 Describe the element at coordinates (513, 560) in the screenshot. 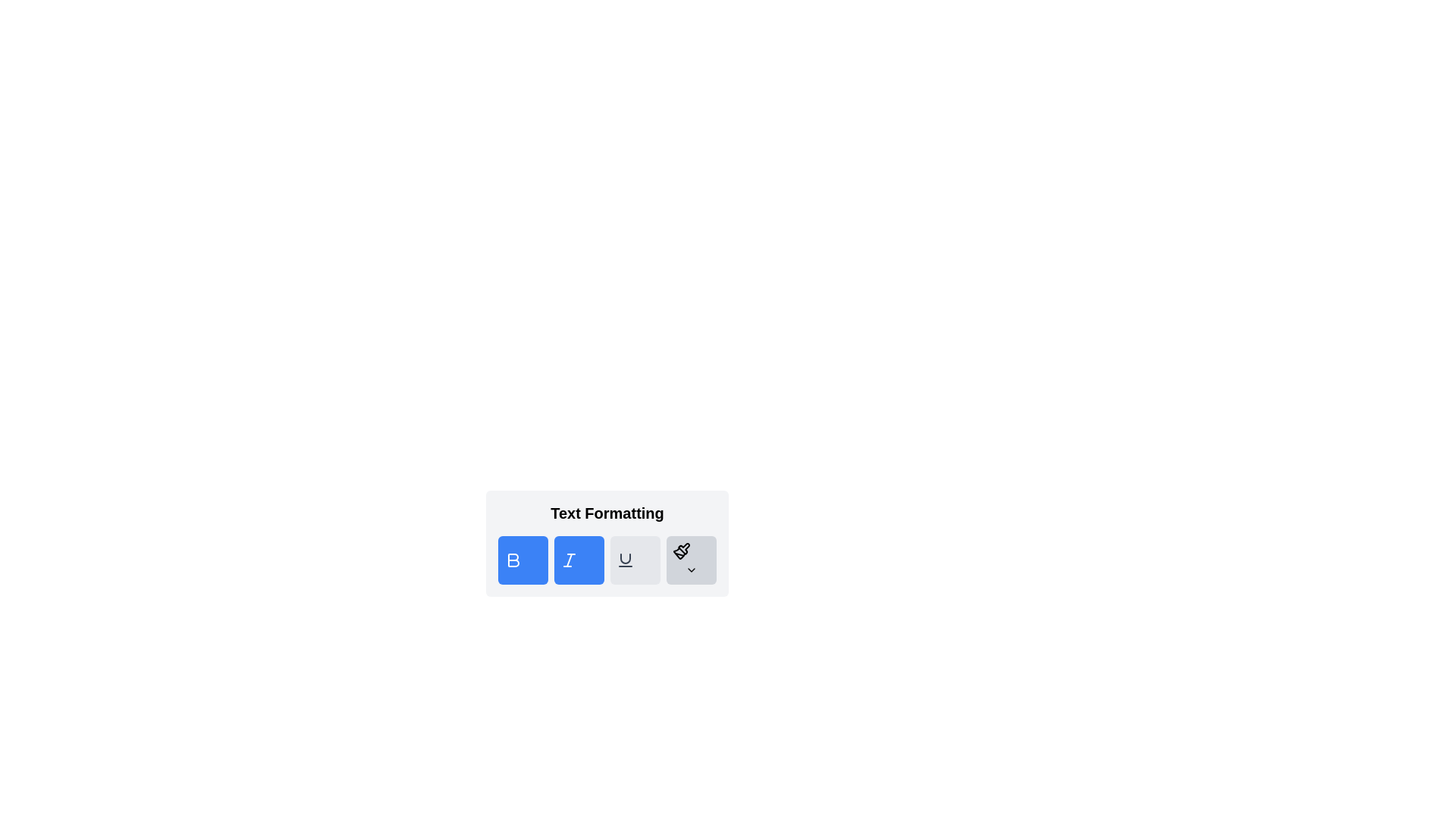

I see `the bold formatting icon located at the leftmost position in the group of formatting buttons` at that location.